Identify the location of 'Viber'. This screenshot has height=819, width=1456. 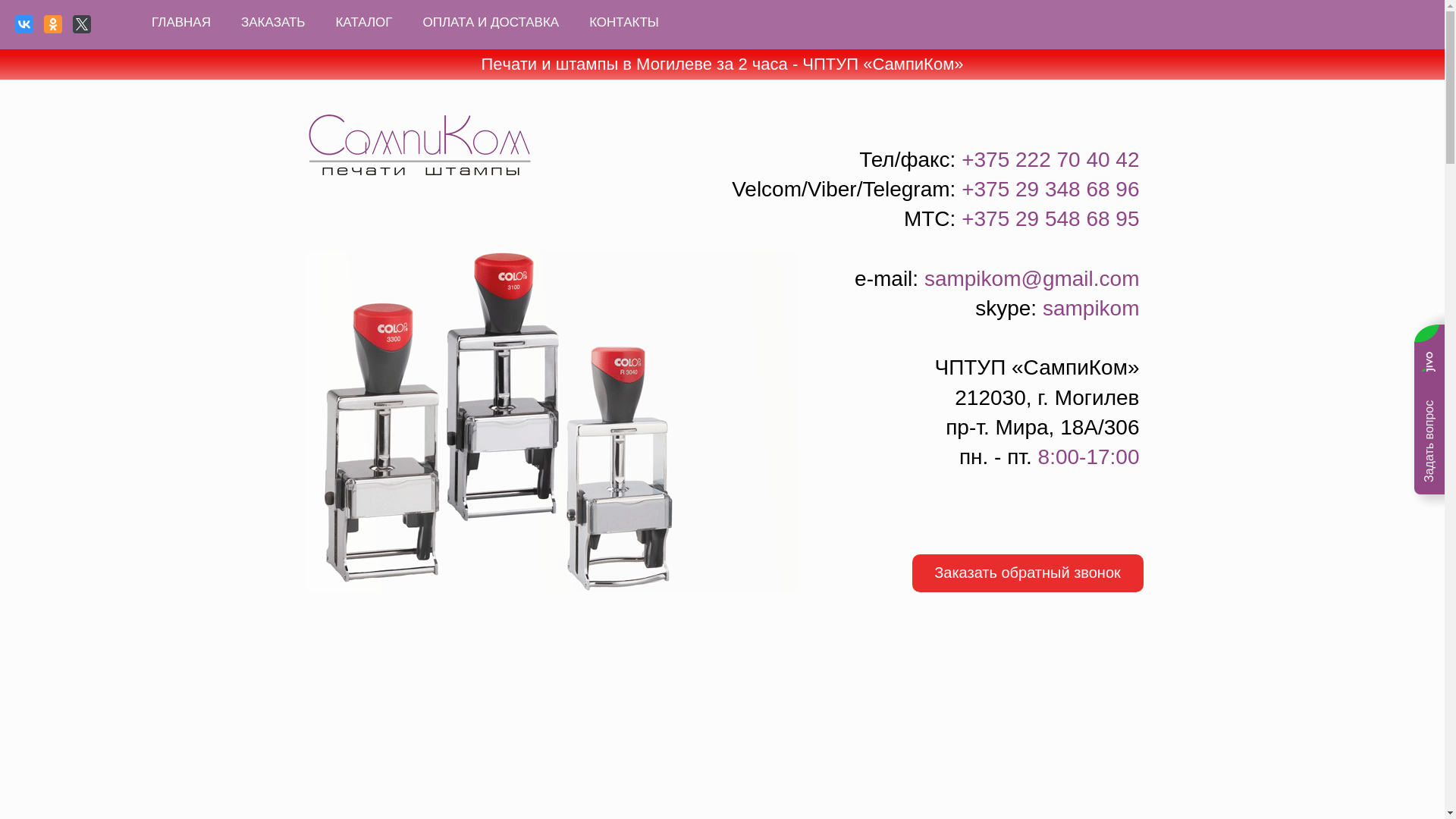
(807, 188).